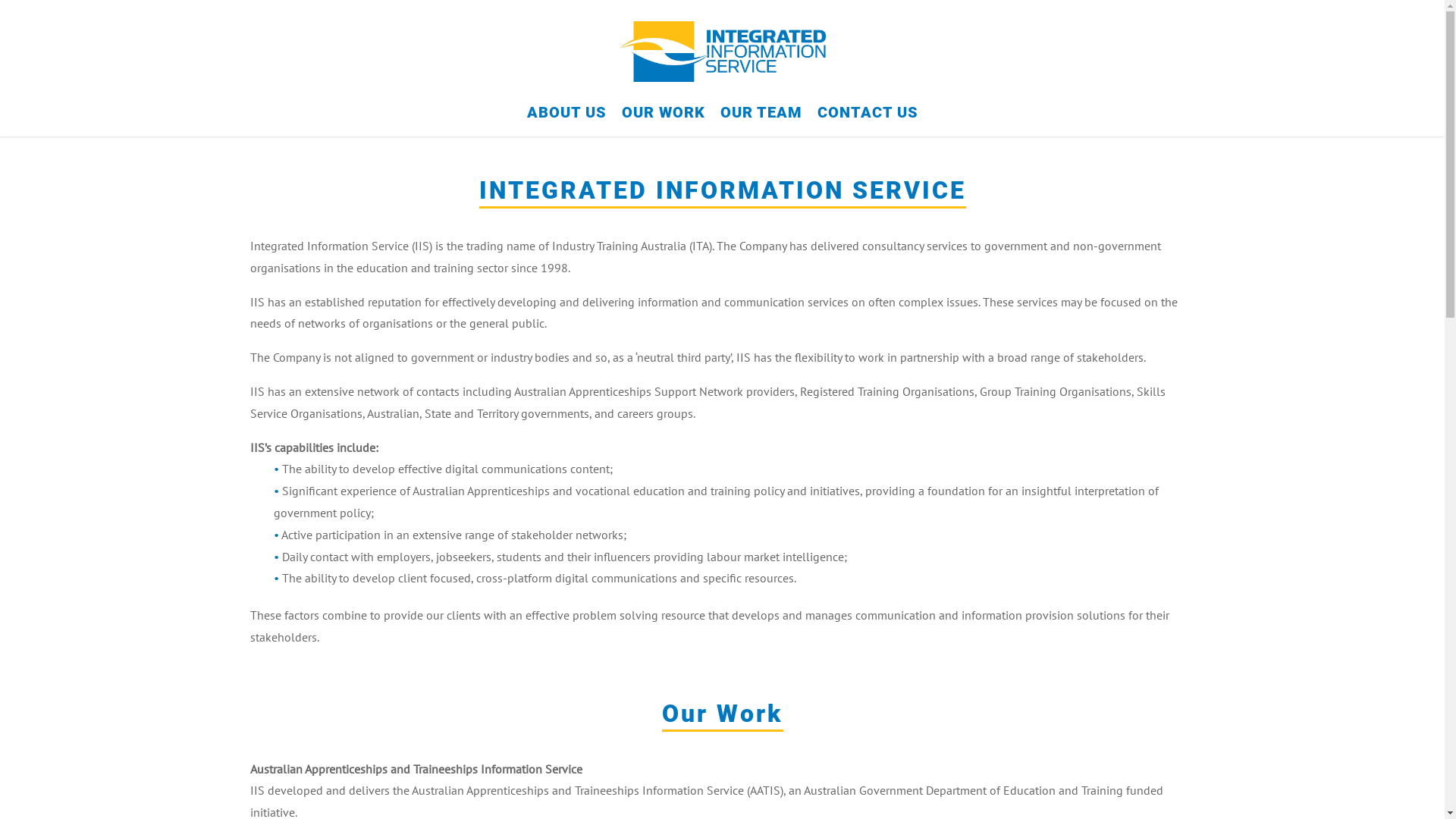 This screenshot has height=819, width=1456. I want to click on 'ABOUT US', so click(565, 119).